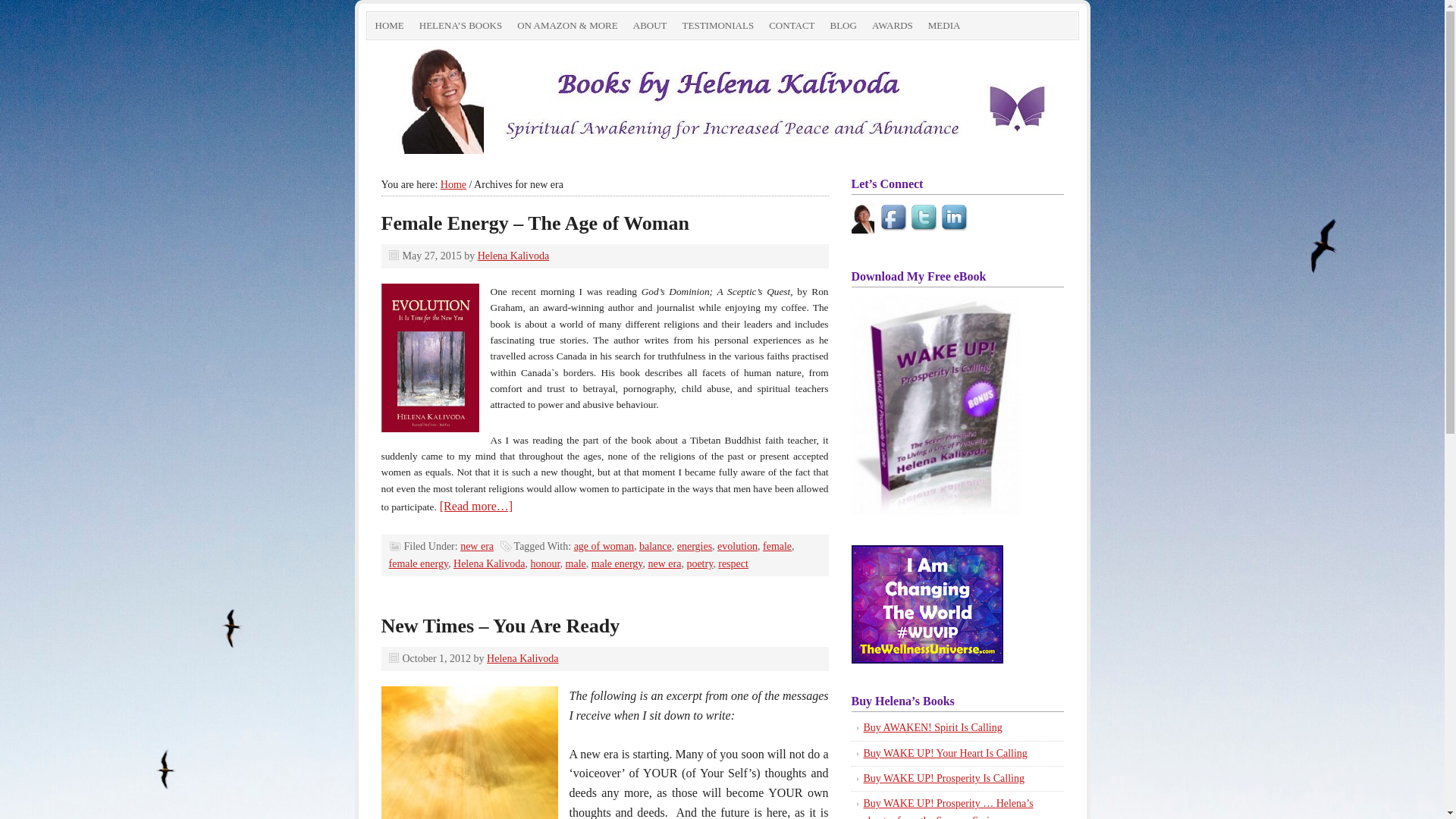 The image size is (1456, 819). I want to click on 'TESTIMONIALS', so click(717, 26).